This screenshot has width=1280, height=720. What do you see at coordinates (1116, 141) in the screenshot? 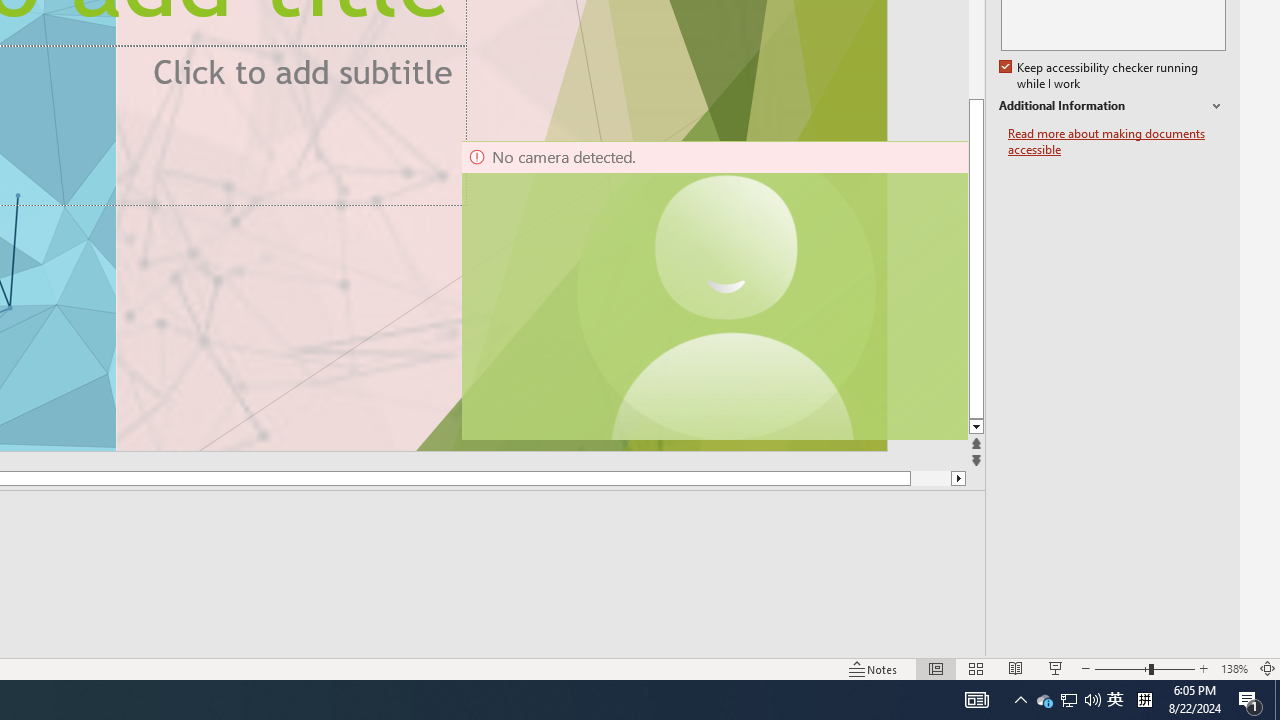
I see `'Read more about making documents accessible'` at bounding box center [1116, 141].